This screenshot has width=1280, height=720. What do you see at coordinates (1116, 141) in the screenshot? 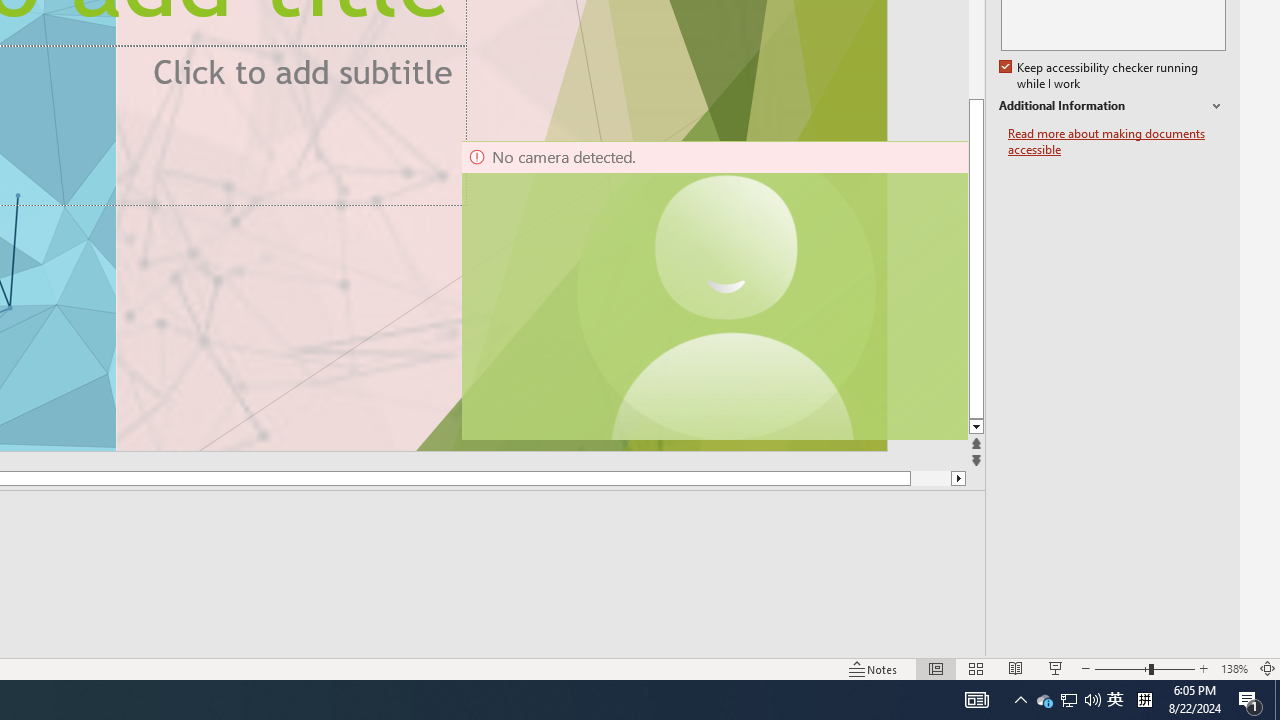
I see `'Read more about making documents accessible'` at bounding box center [1116, 141].